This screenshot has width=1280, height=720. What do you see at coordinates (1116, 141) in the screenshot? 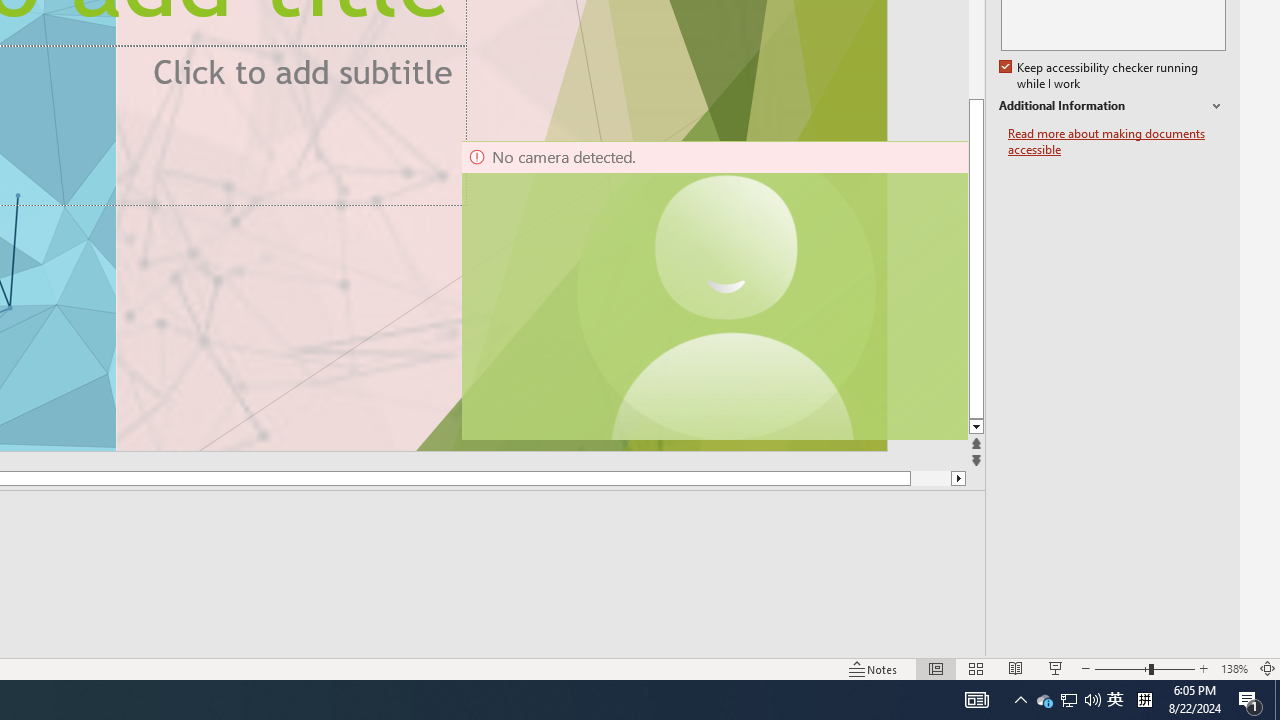
I see `'Read more about making documents accessible'` at bounding box center [1116, 141].